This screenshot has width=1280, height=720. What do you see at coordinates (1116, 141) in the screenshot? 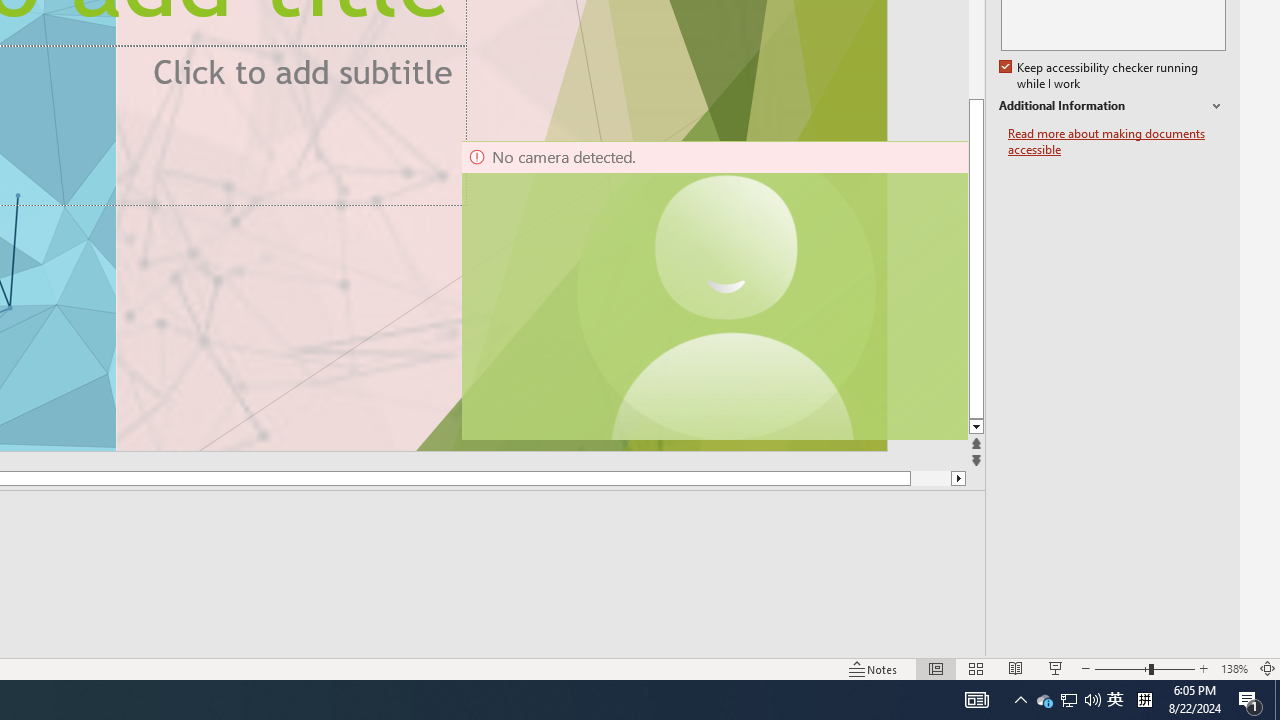
I see `'Read more about making documents accessible'` at bounding box center [1116, 141].